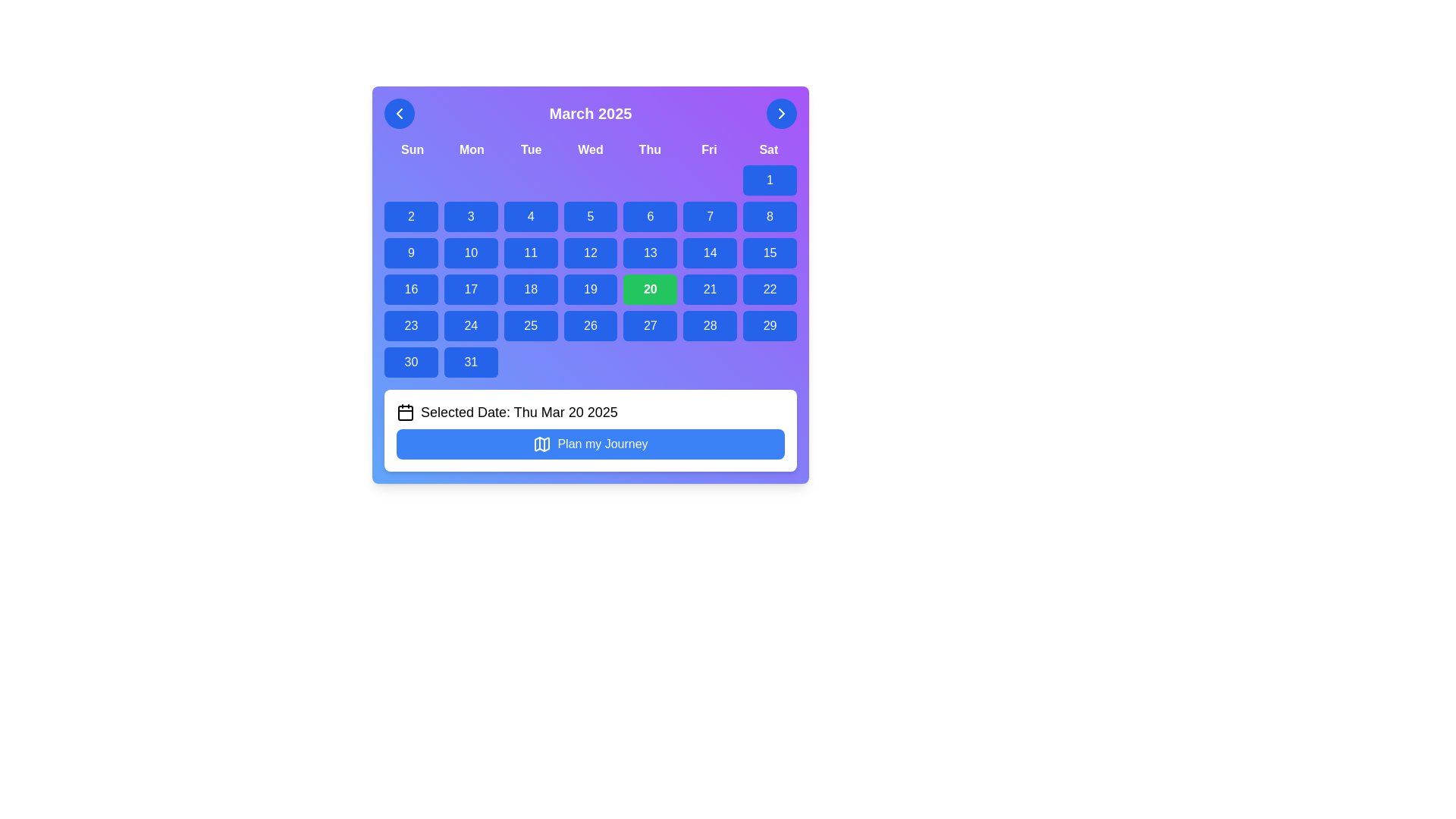 This screenshot has height=819, width=1456. What do you see at coordinates (589, 113) in the screenshot?
I see `text content of the text label displaying 'March 2025', which is centrally located at the top of the calendar interface` at bounding box center [589, 113].